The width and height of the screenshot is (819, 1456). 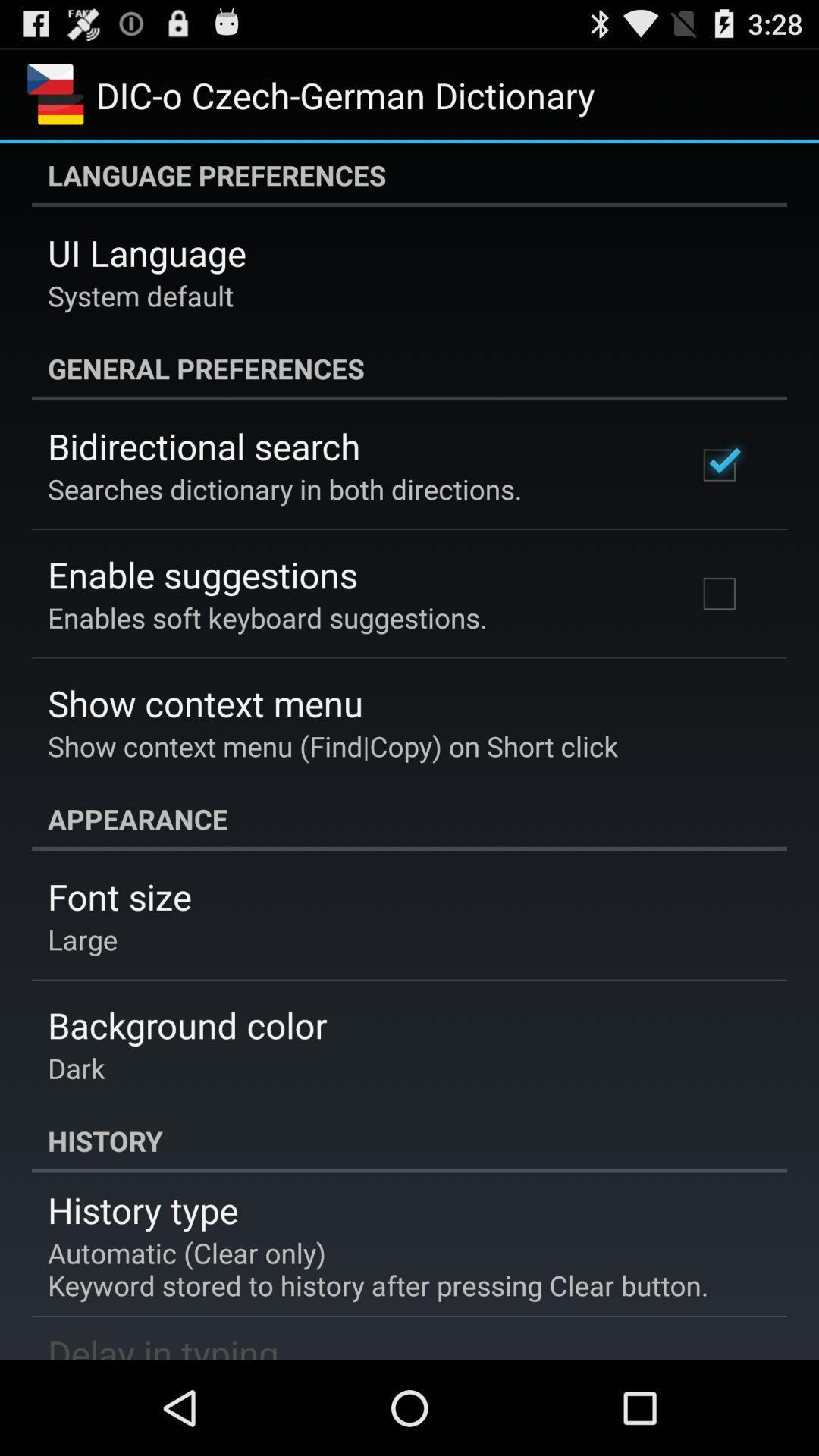 I want to click on the icon above enables soft keyboard, so click(x=202, y=573).